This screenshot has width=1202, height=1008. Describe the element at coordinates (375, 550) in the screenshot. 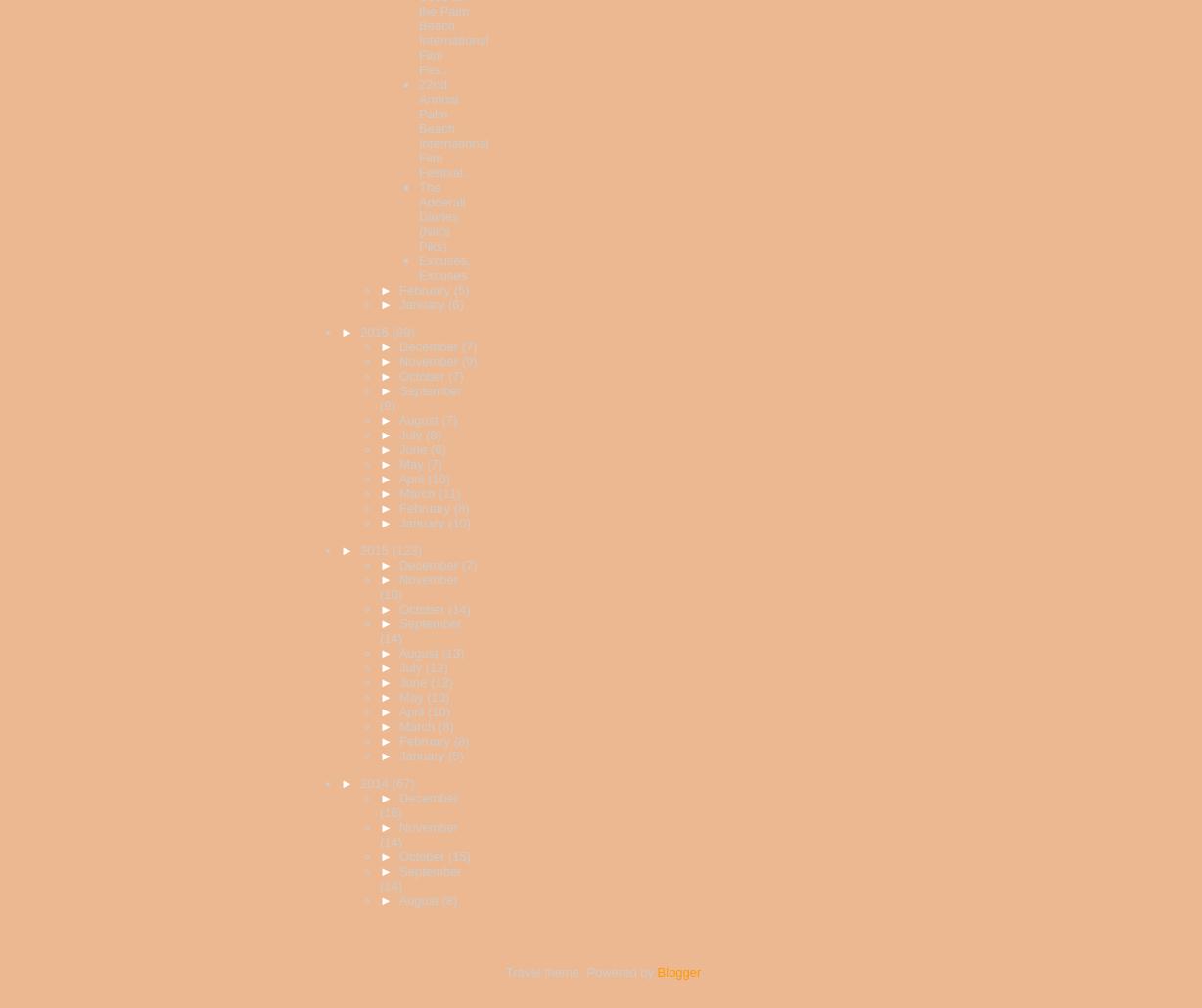

I see `'2015'` at that location.